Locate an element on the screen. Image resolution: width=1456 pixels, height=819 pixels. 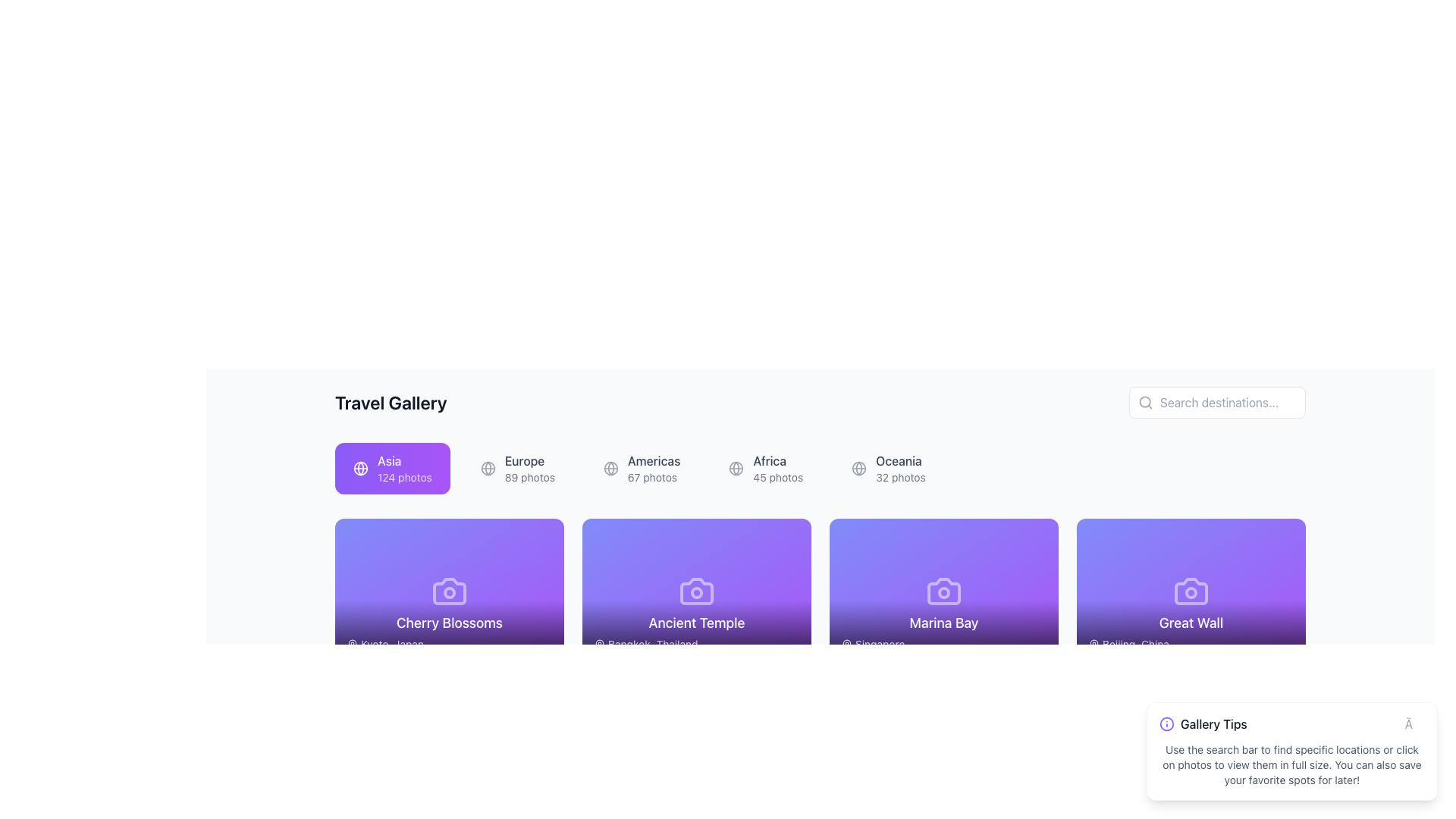
text label at the bottom center of the 'Ancient Temple' card, which provides a location-related description is located at coordinates (695, 632).